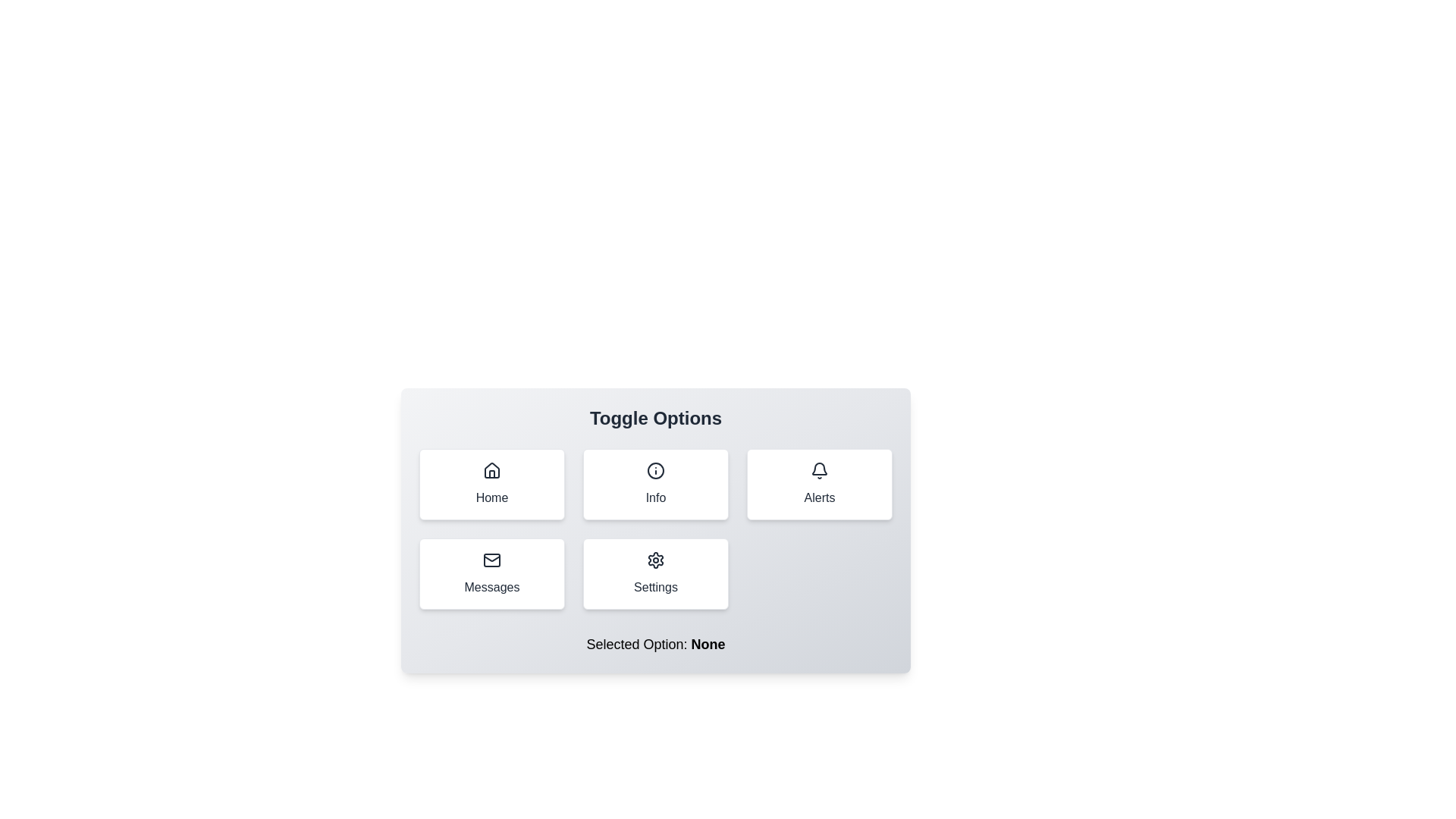 The height and width of the screenshot is (819, 1456). I want to click on the 'Info' button, which is a rectangular button with a white background, slightly rounded corners, and a centered icon styled as an encircled letter 'i' above the bold text label 'Info', so click(655, 485).